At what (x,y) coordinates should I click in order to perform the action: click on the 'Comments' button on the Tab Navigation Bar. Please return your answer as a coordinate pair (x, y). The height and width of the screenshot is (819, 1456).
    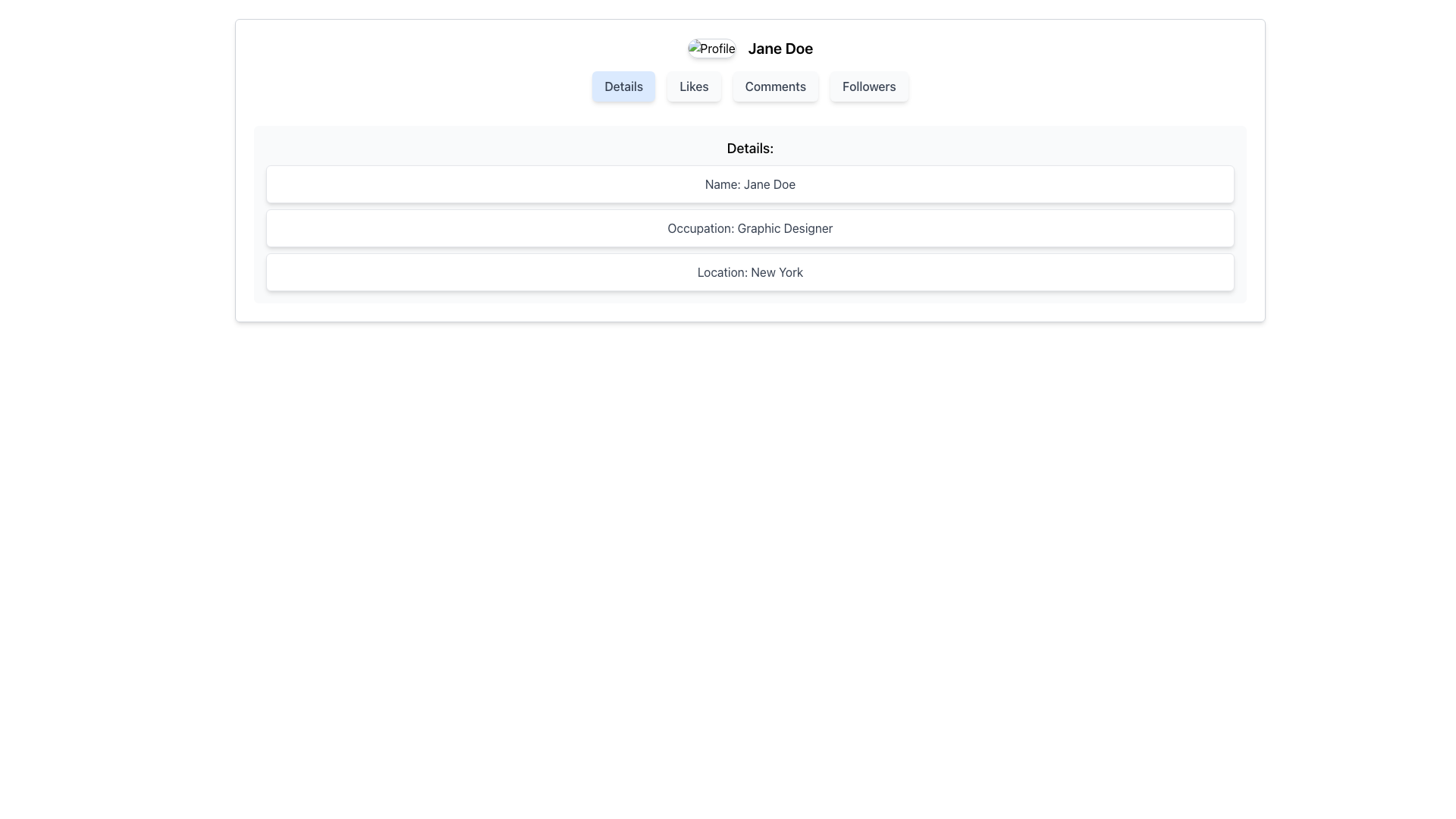
    Looking at the image, I should click on (750, 86).